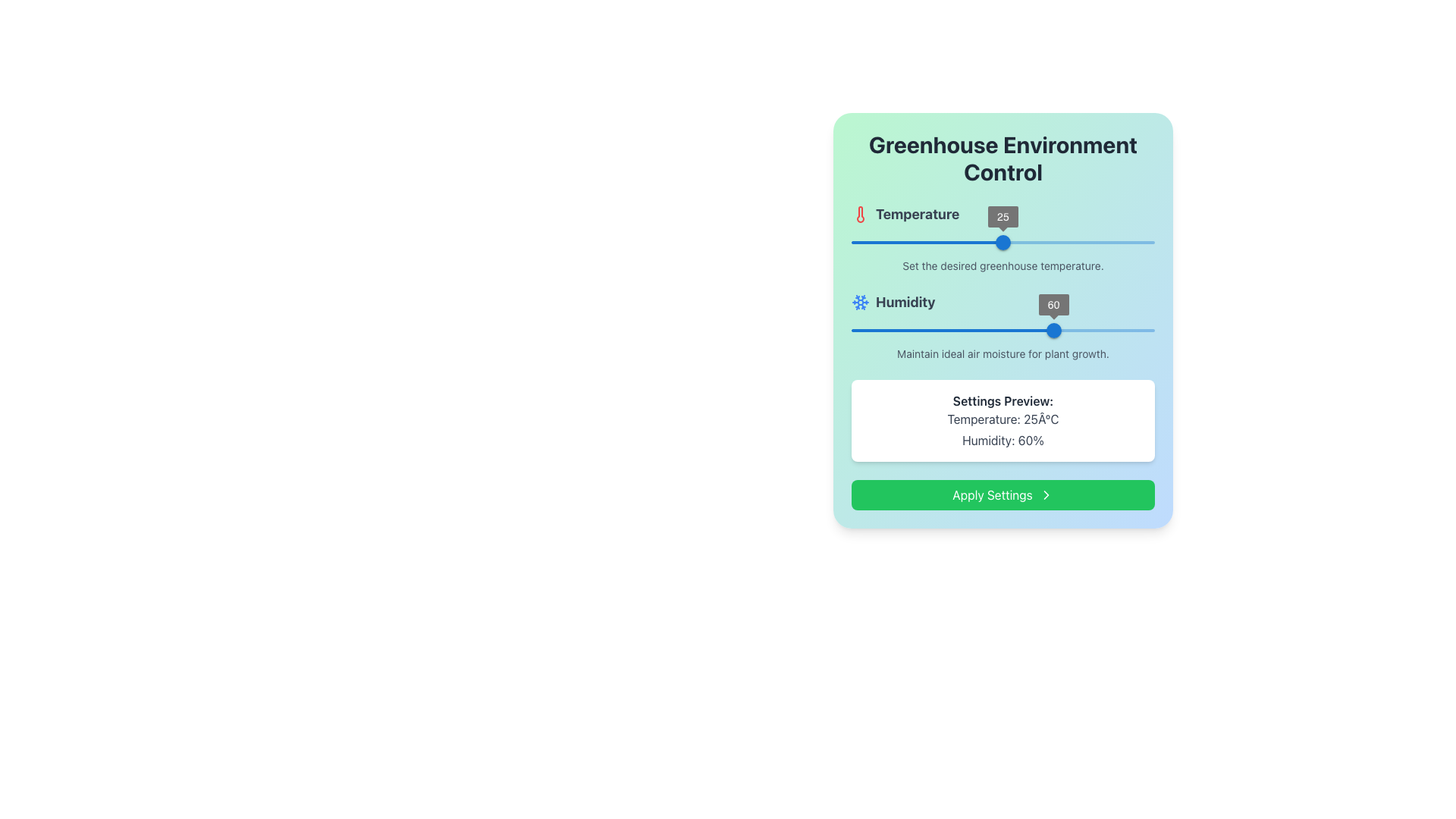 This screenshot has height=819, width=1456. Describe the element at coordinates (1003, 441) in the screenshot. I see `the static text label displaying 'Humidity: 60%' located under the 'Temperature: 25°C' text in the 'Settings Preview' section` at that location.